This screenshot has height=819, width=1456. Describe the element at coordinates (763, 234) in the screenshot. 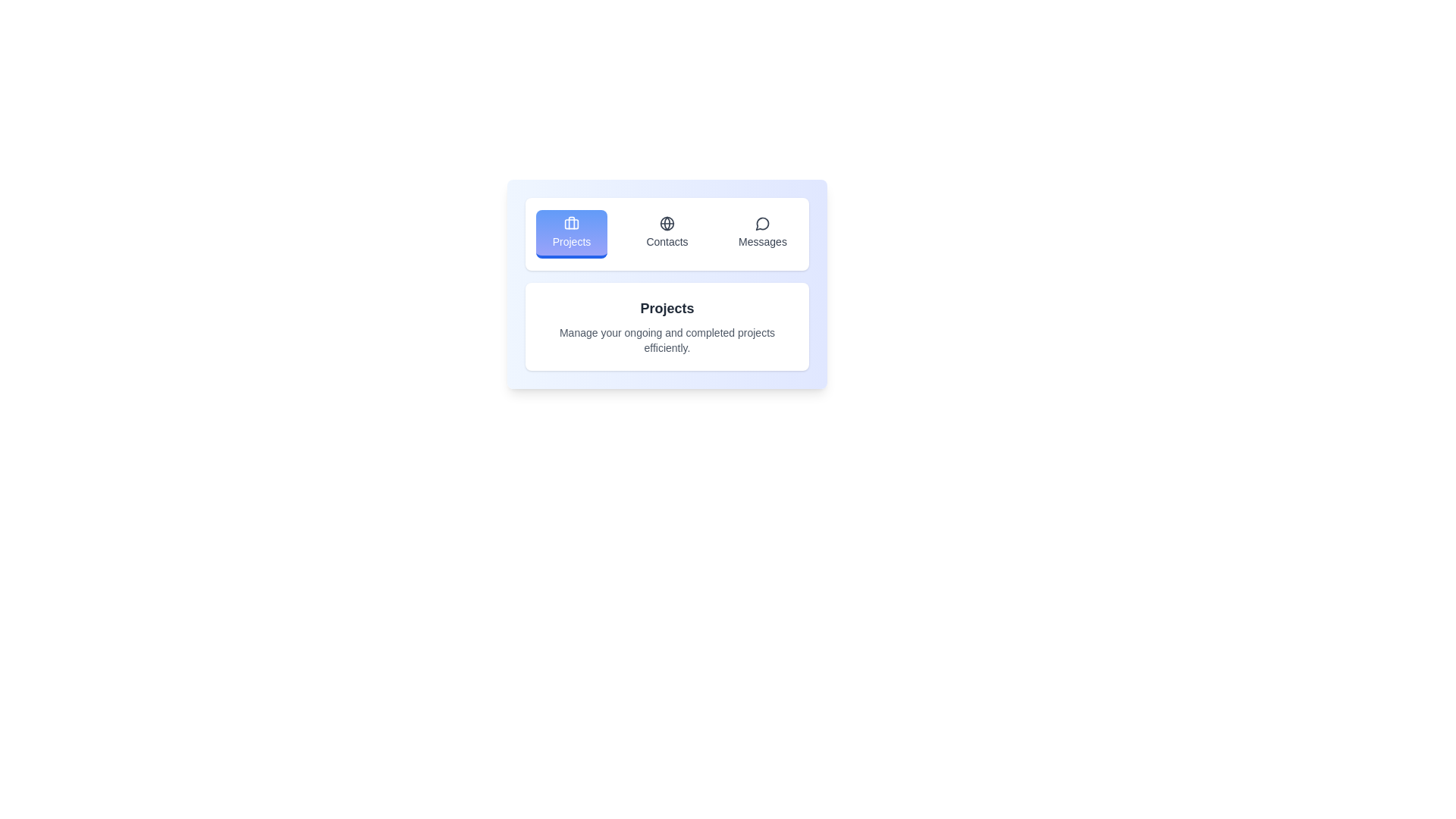

I see `the tab Messages` at that location.